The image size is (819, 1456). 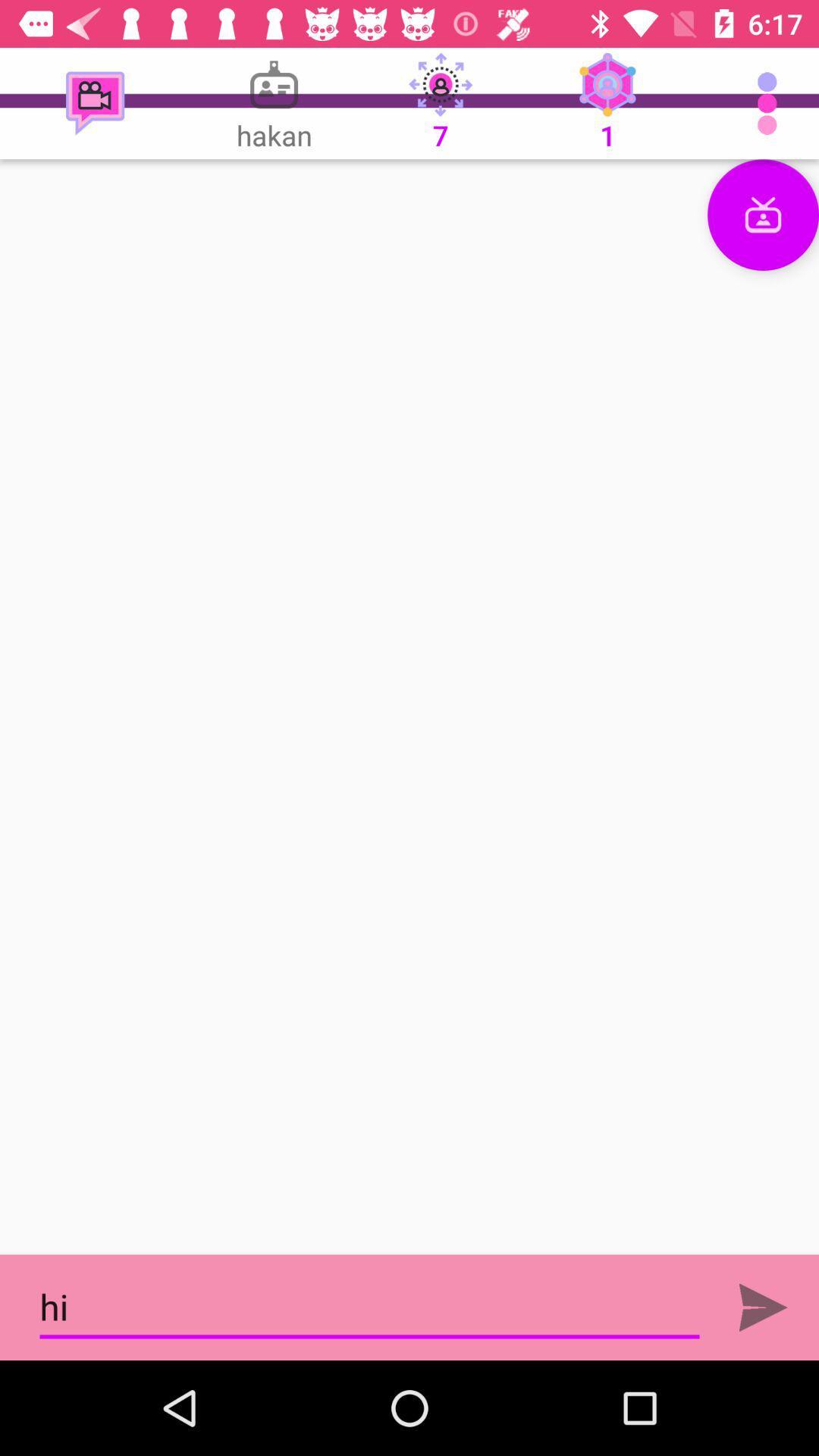 I want to click on communication icon, so click(x=763, y=214).